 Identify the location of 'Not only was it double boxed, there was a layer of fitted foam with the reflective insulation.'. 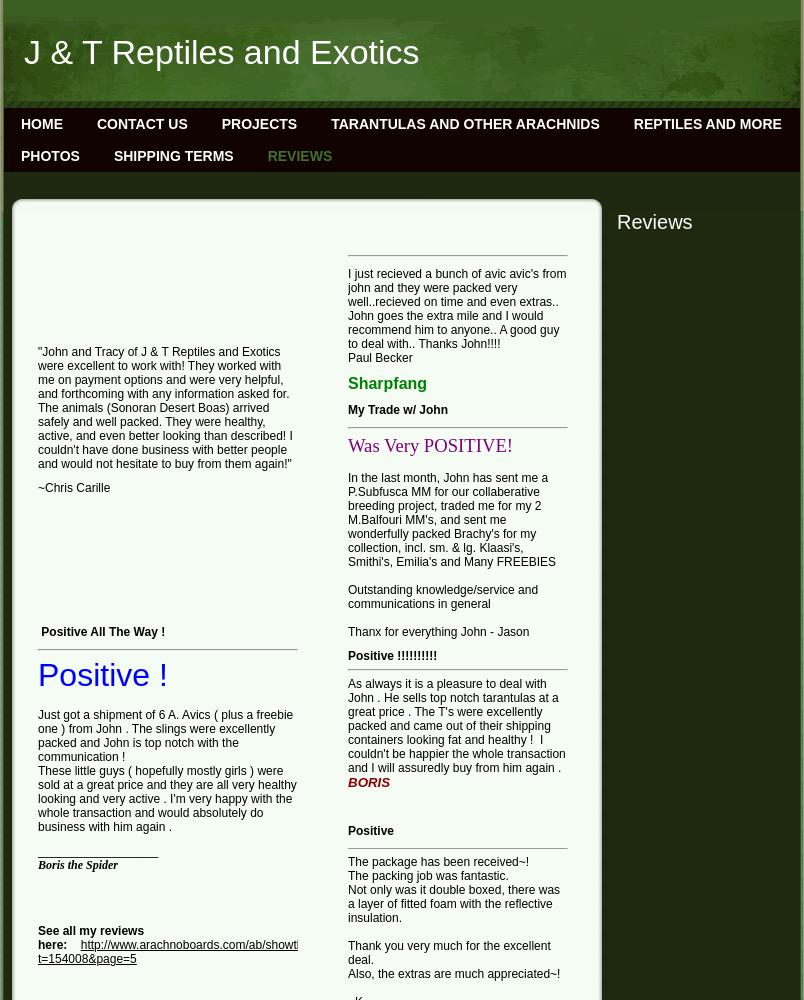
(453, 904).